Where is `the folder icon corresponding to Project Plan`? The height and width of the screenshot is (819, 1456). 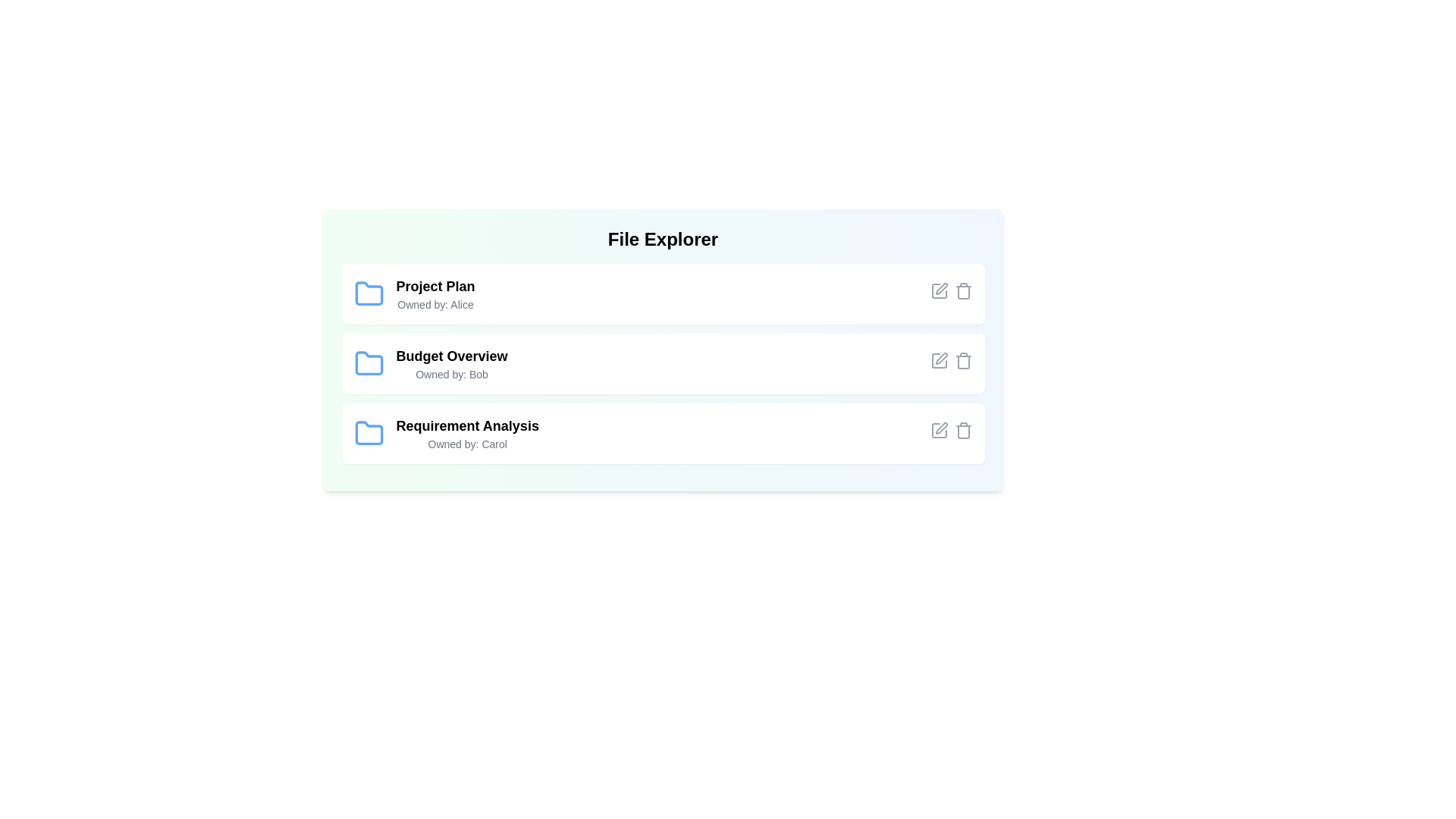
the folder icon corresponding to Project Plan is located at coordinates (369, 294).